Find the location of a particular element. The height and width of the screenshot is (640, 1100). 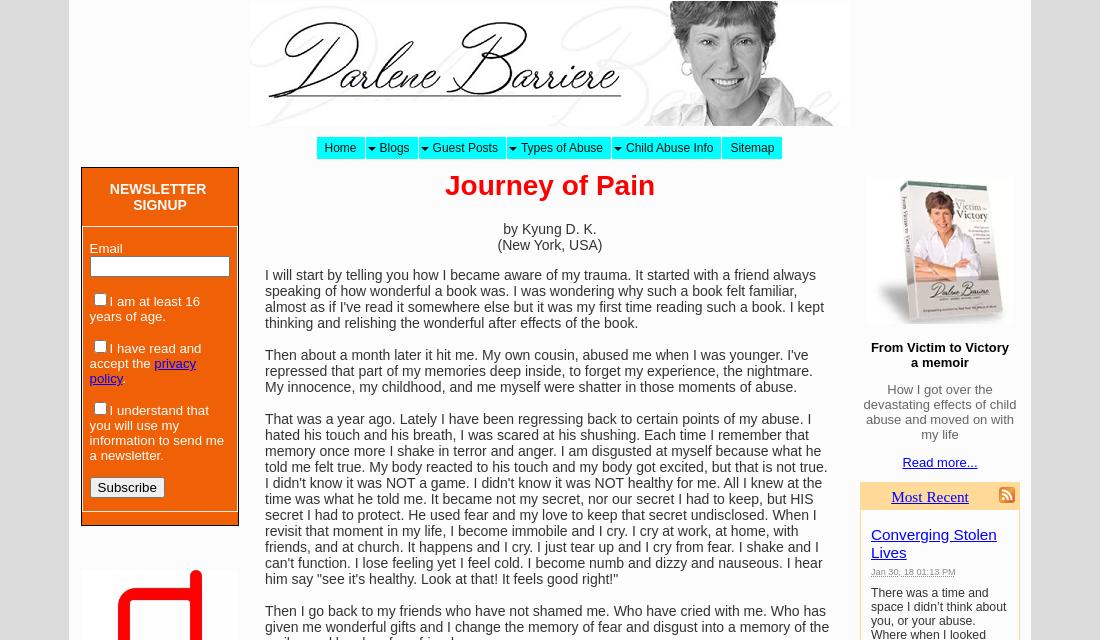

'privacy policy' is located at coordinates (141, 371).